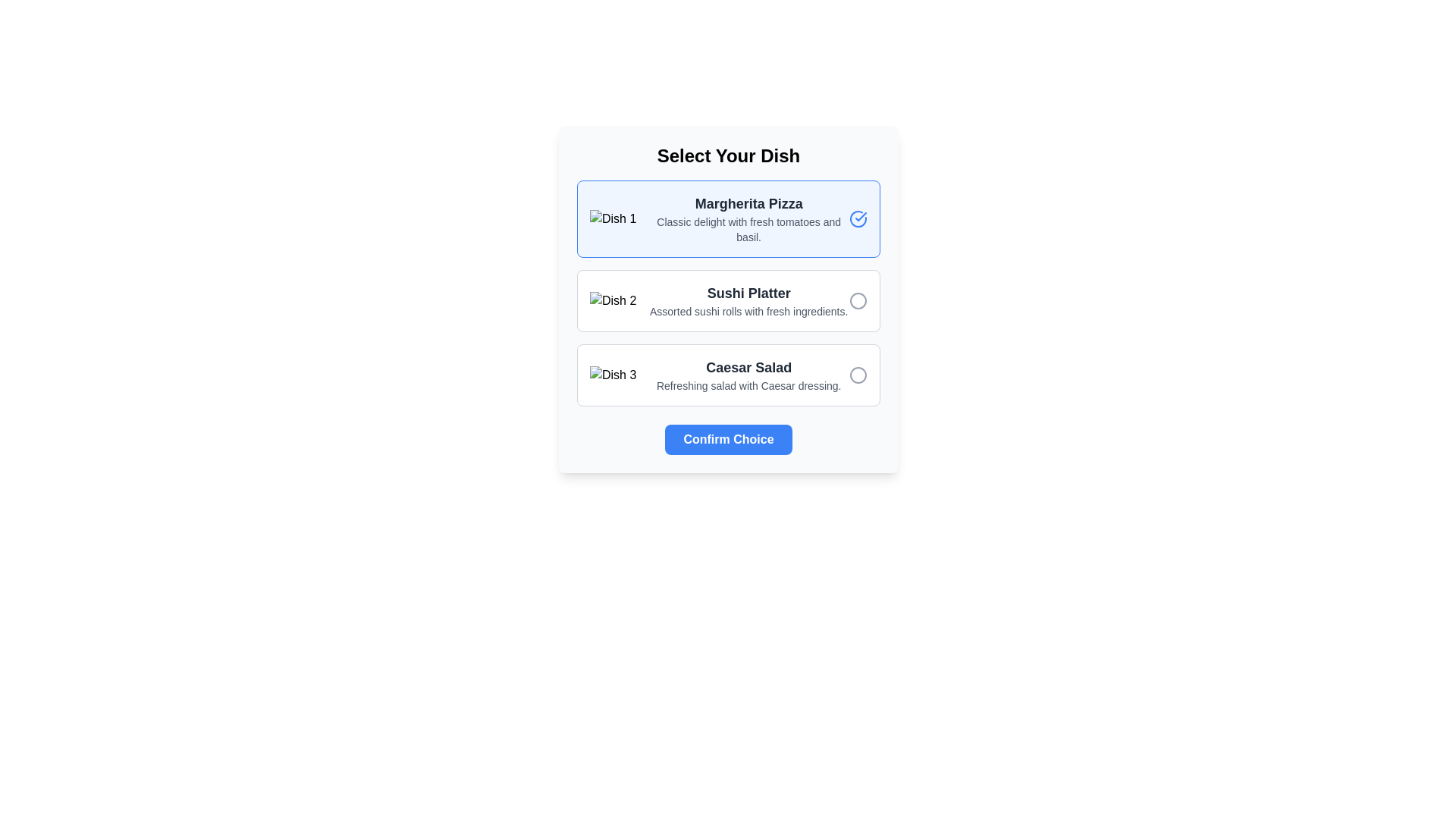 The image size is (1456, 819). I want to click on the 'Confirm Choice' button, so click(728, 439).